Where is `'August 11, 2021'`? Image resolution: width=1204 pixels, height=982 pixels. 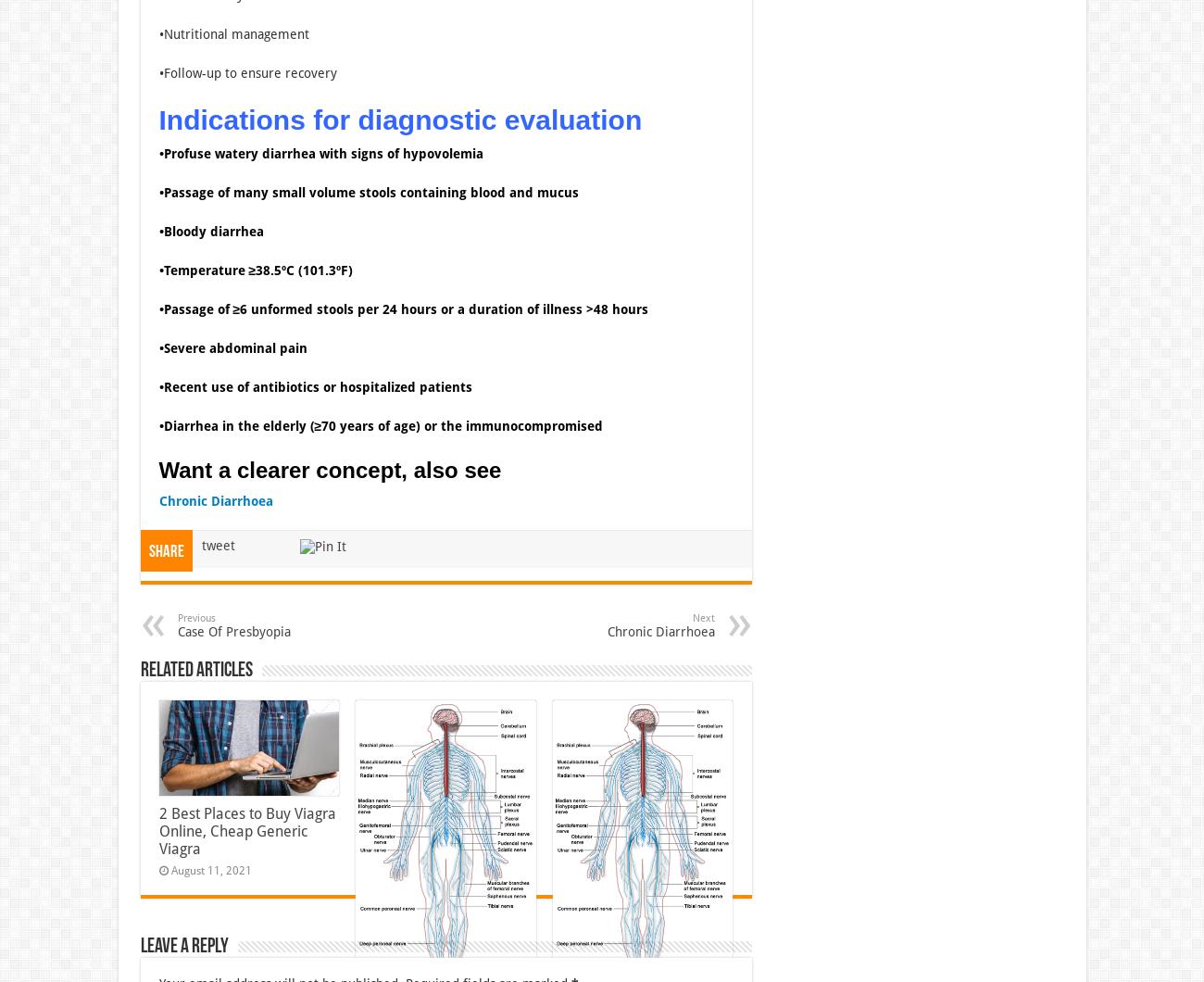 'August 11, 2021' is located at coordinates (209, 870).